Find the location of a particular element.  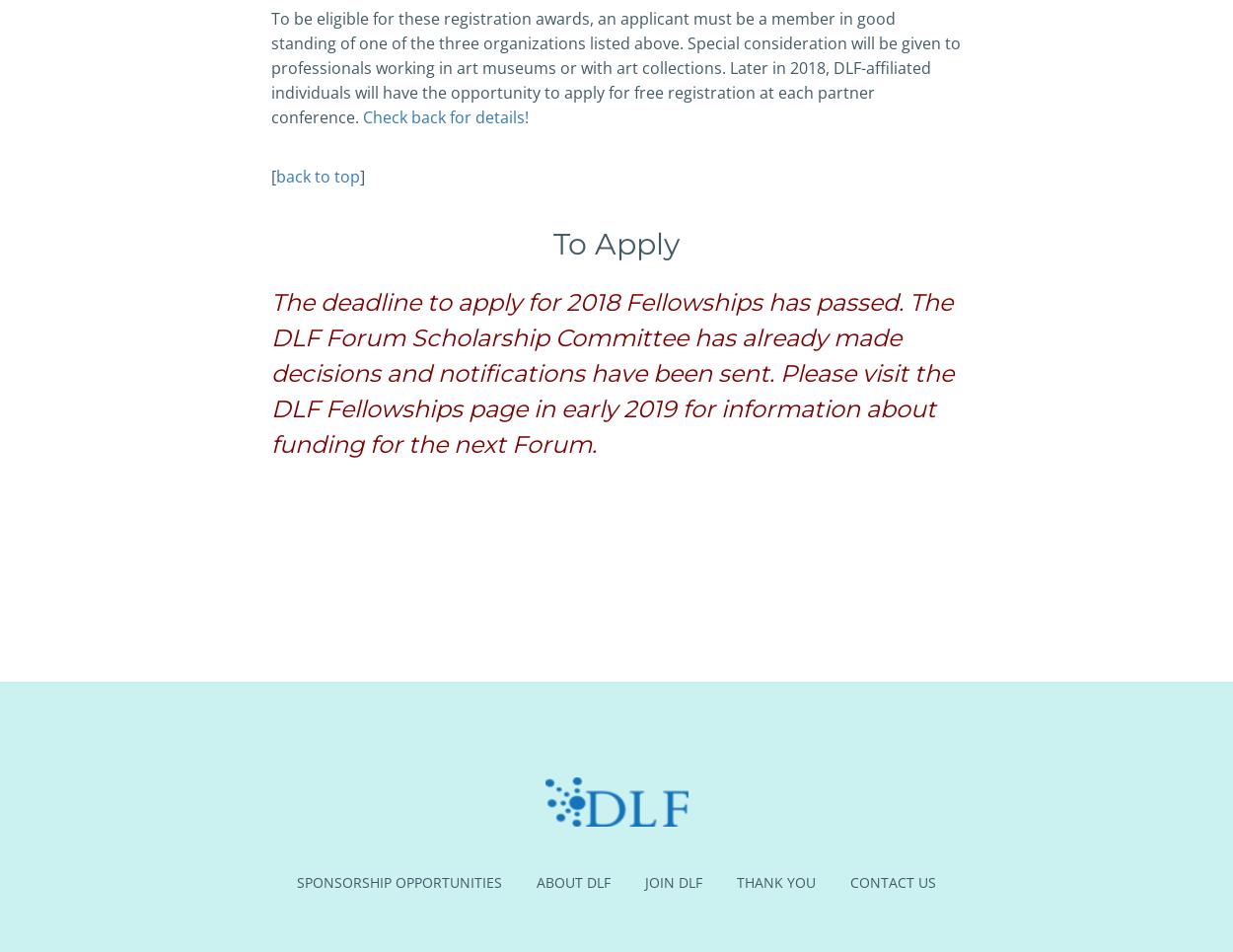

']' is located at coordinates (361, 176).